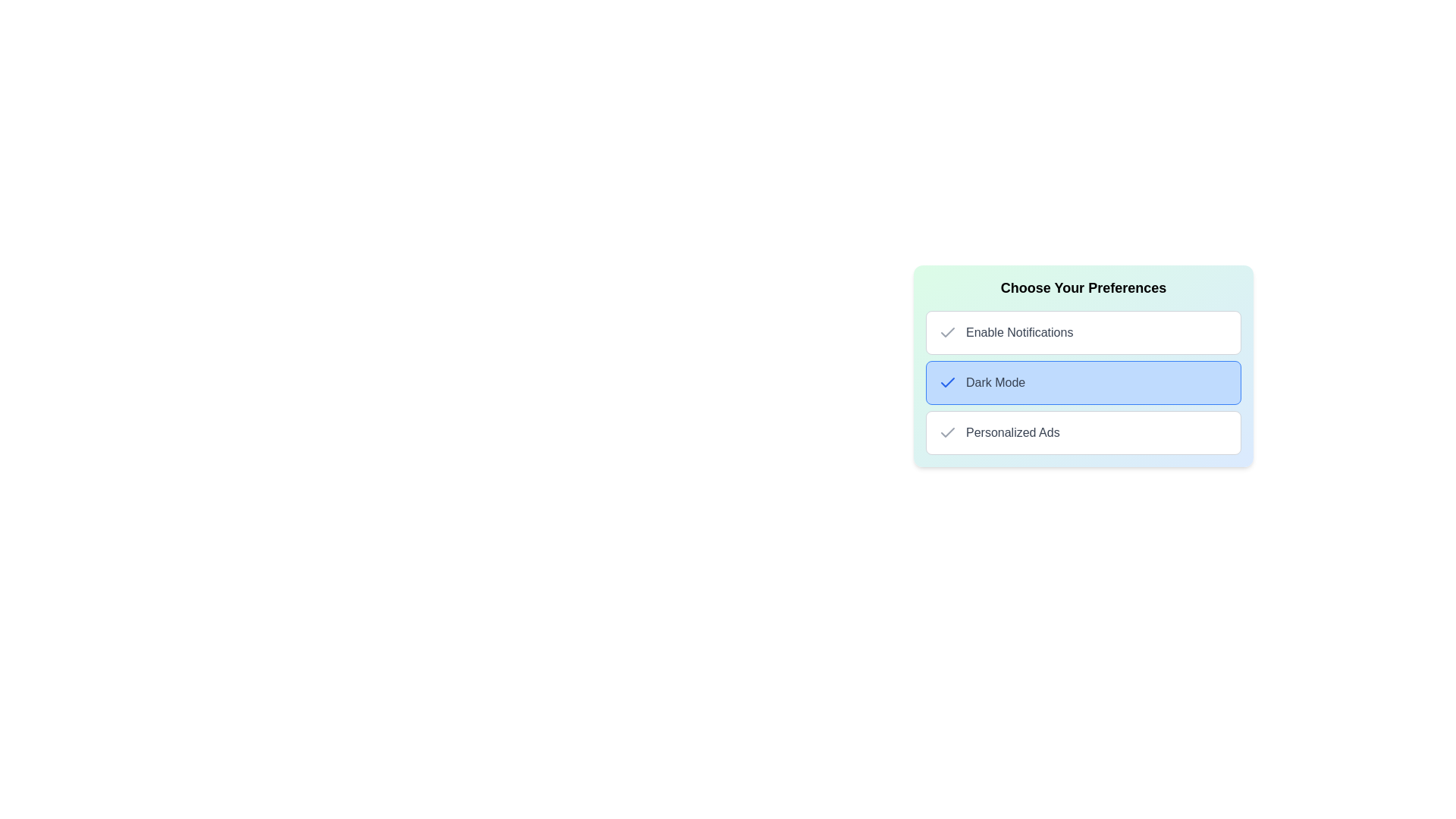 The width and height of the screenshot is (1456, 819). What do you see at coordinates (1083, 432) in the screenshot?
I see `the third checkbox option` at bounding box center [1083, 432].